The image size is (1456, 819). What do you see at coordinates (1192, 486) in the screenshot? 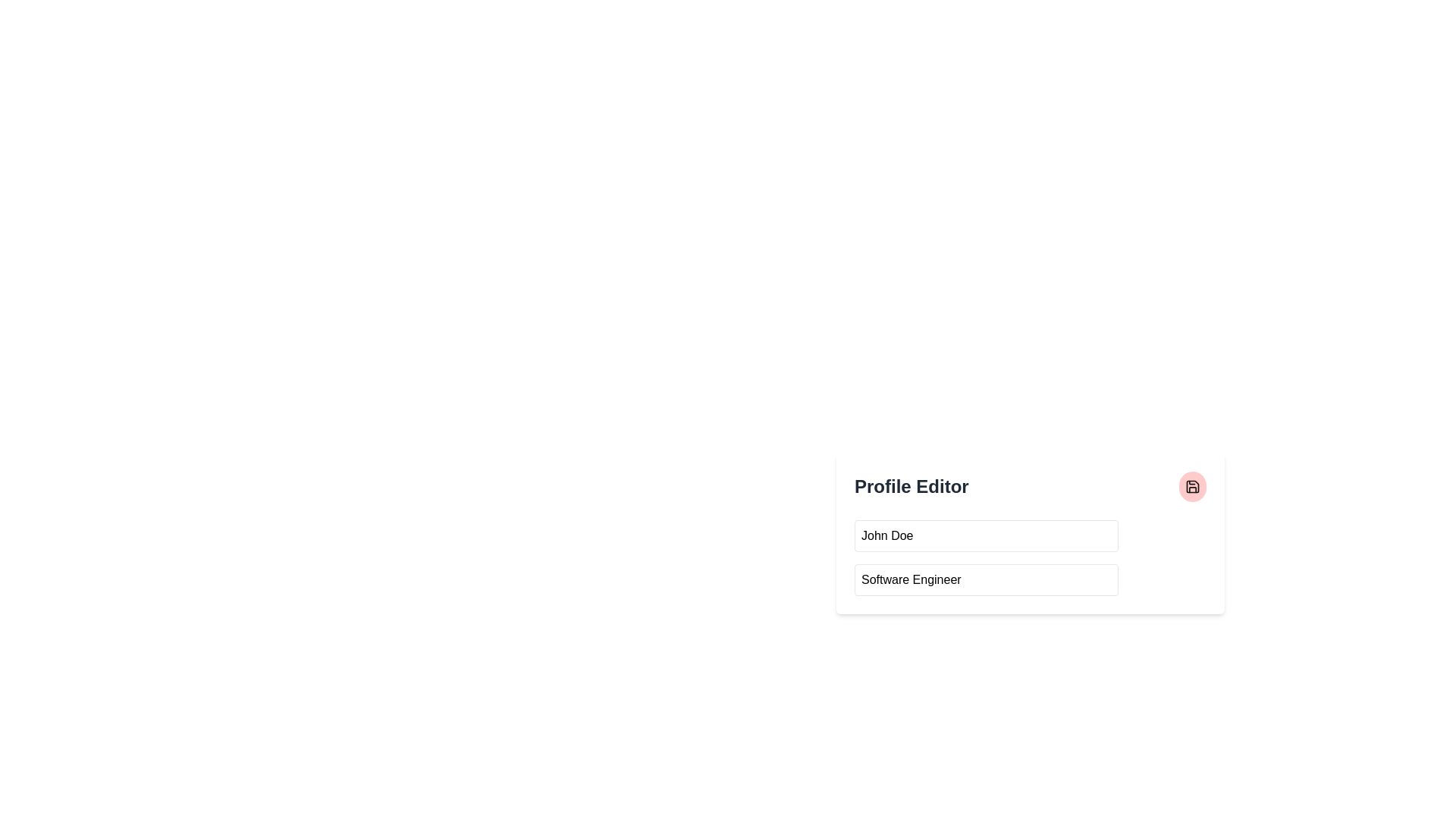
I see `the rounded red button with a save icon located to the right of the 'Profile Editor' text header` at bounding box center [1192, 486].